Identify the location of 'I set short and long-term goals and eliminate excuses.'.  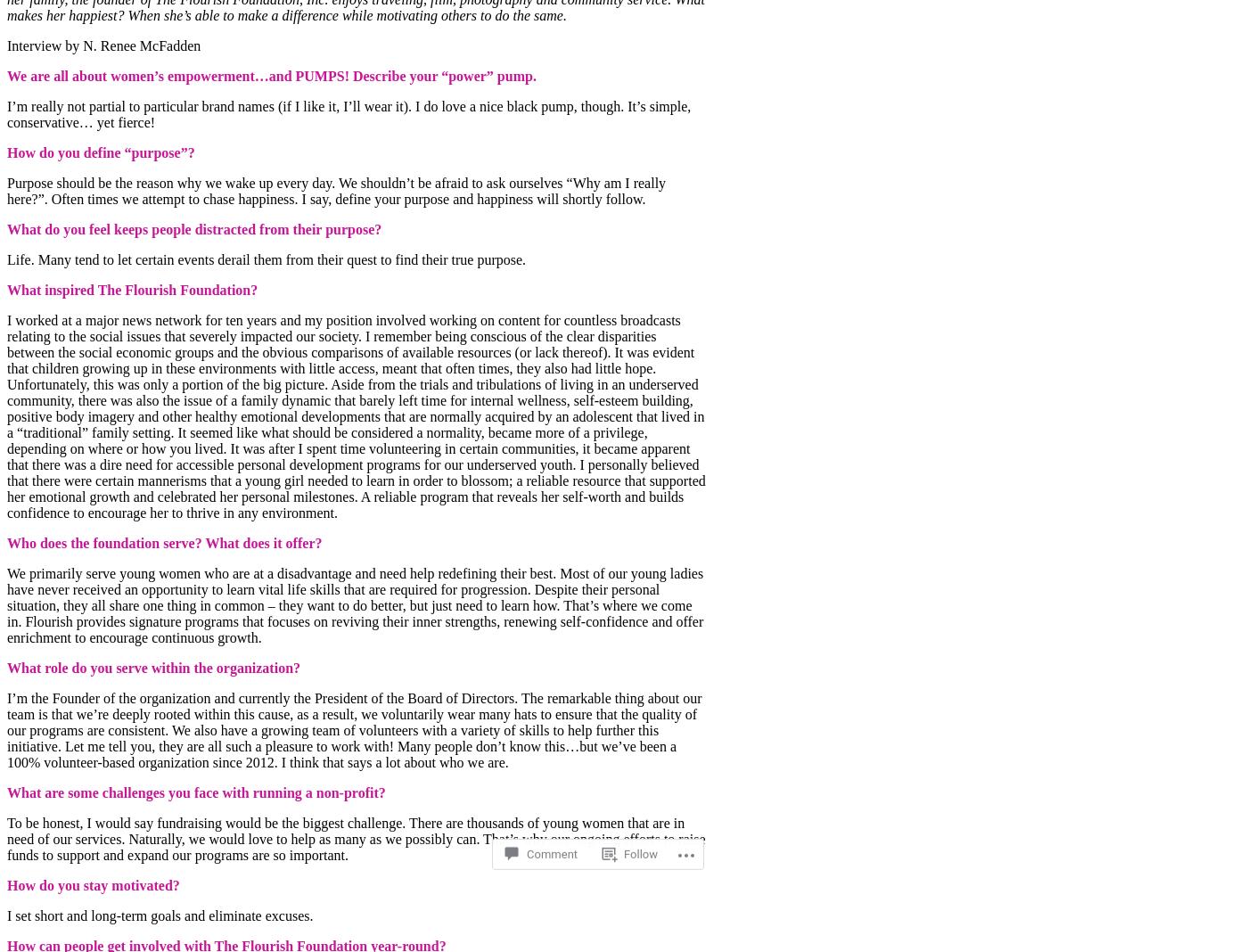
(159, 915).